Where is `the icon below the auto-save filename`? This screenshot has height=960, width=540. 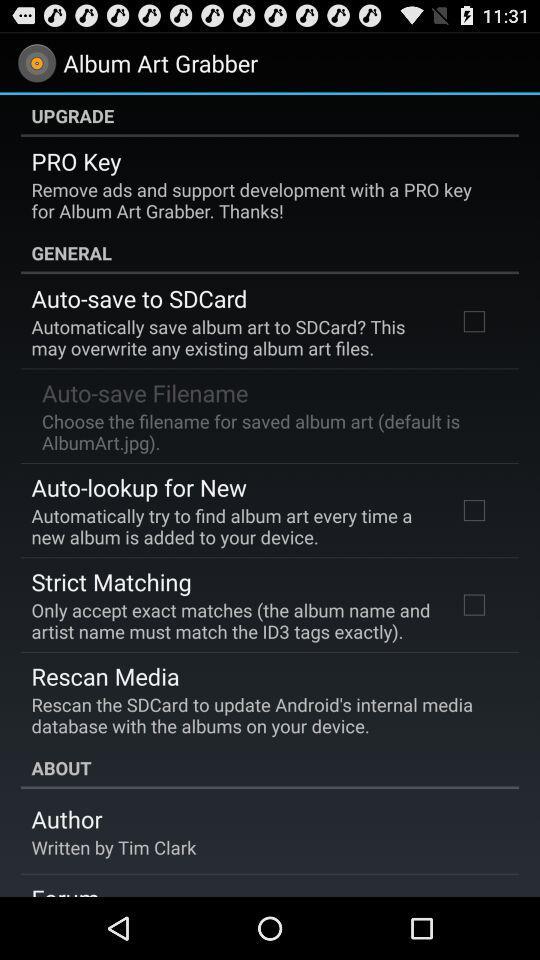 the icon below the auto-save filename is located at coordinates (268, 431).